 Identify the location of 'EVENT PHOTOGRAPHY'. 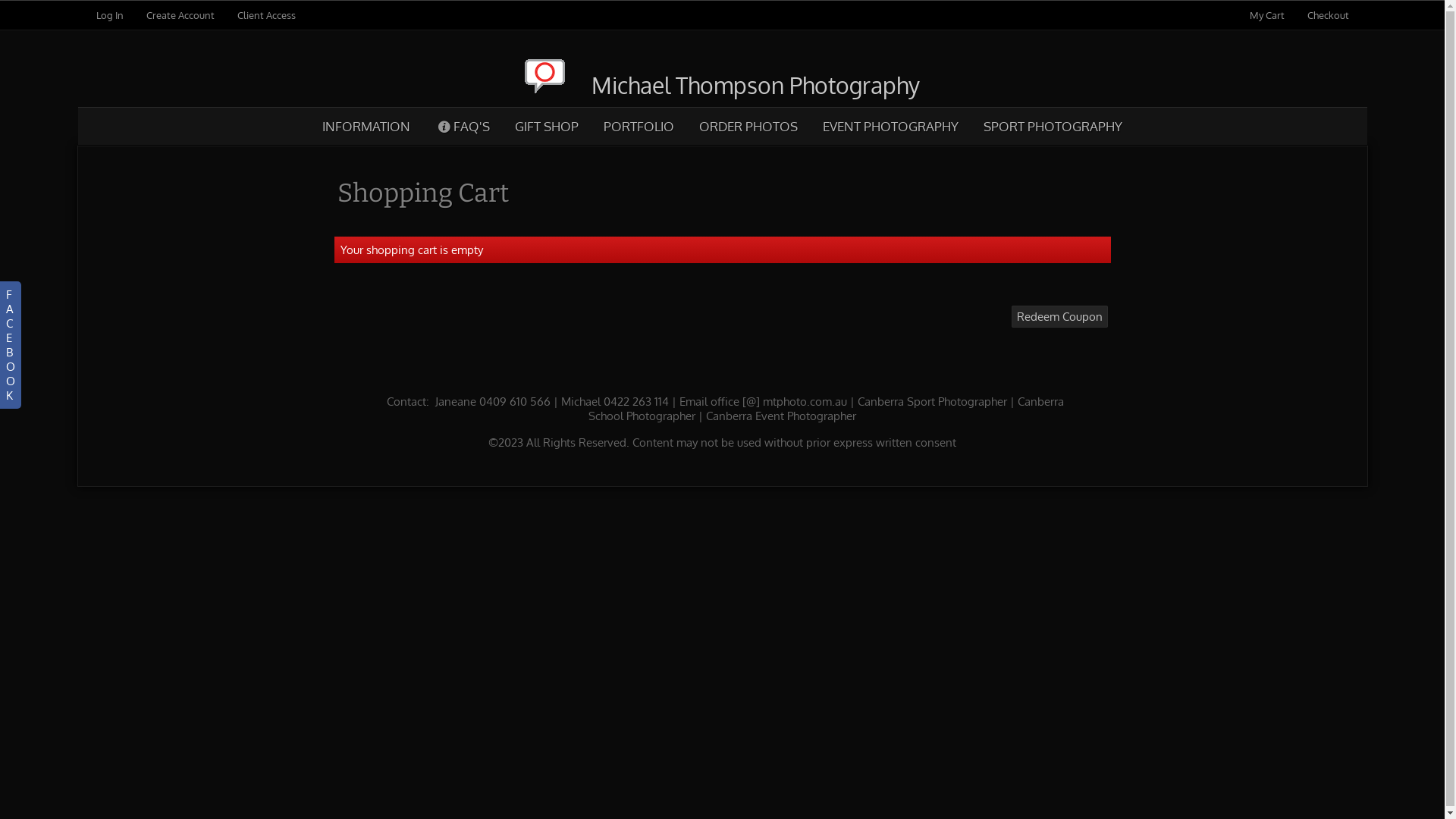
(809, 125).